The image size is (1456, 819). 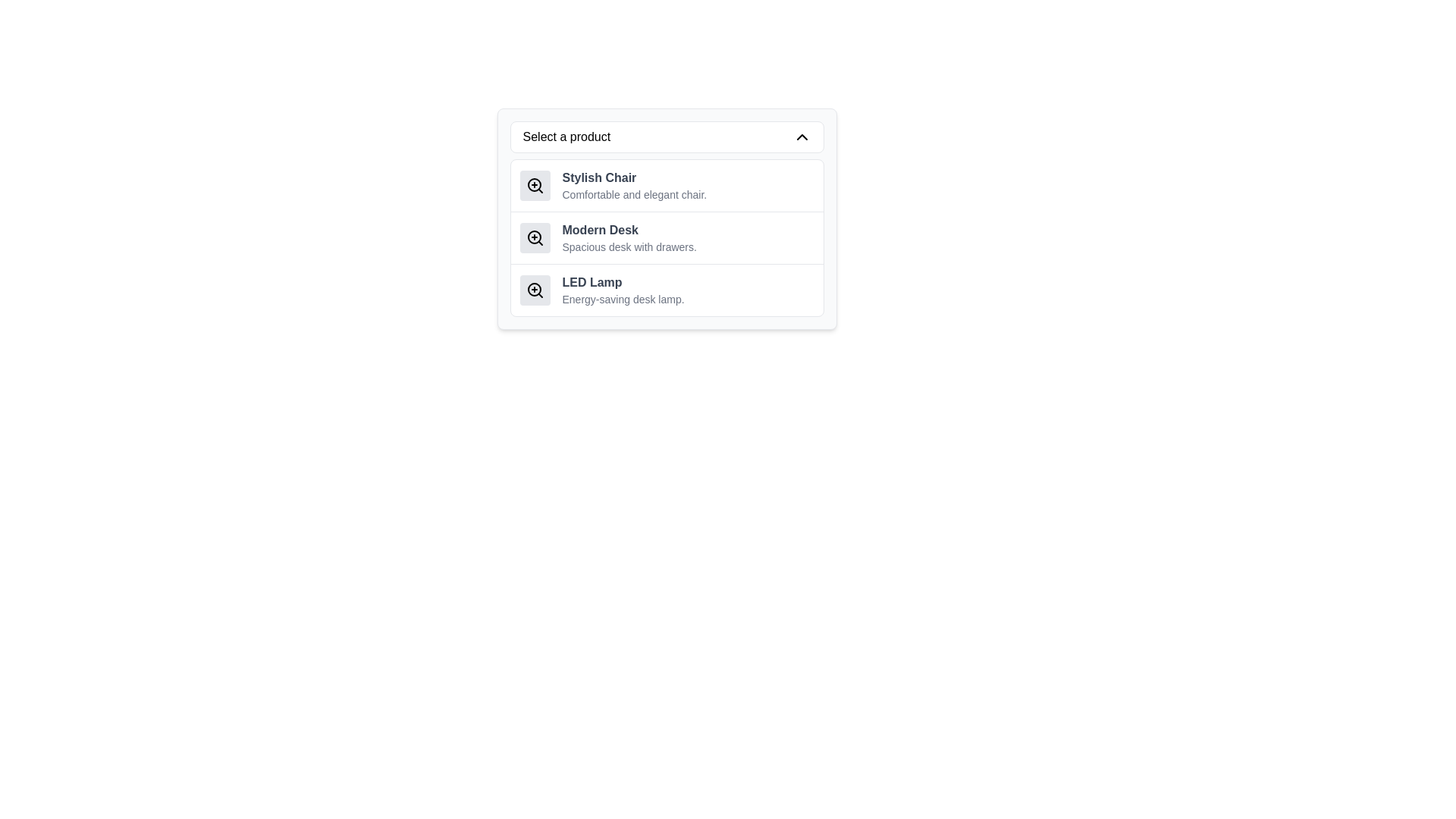 What do you see at coordinates (667, 237) in the screenshot?
I see `the 'Modern Desk' selectable product description item in the dropdown list using the arrow keys` at bounding box center [667, 237].